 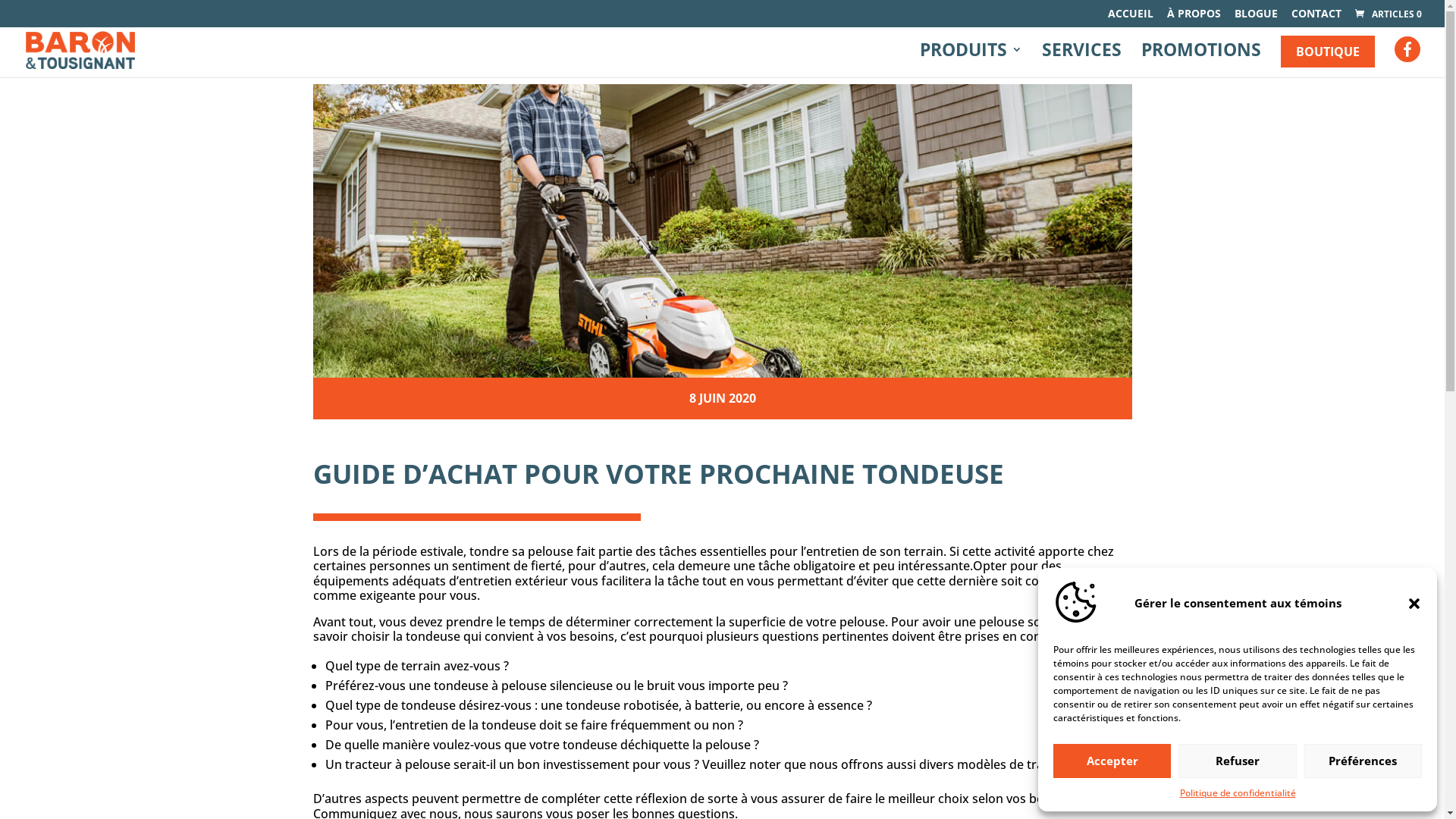 I want to click on 'ARTICLES 0', so click(x=1387, y=14).